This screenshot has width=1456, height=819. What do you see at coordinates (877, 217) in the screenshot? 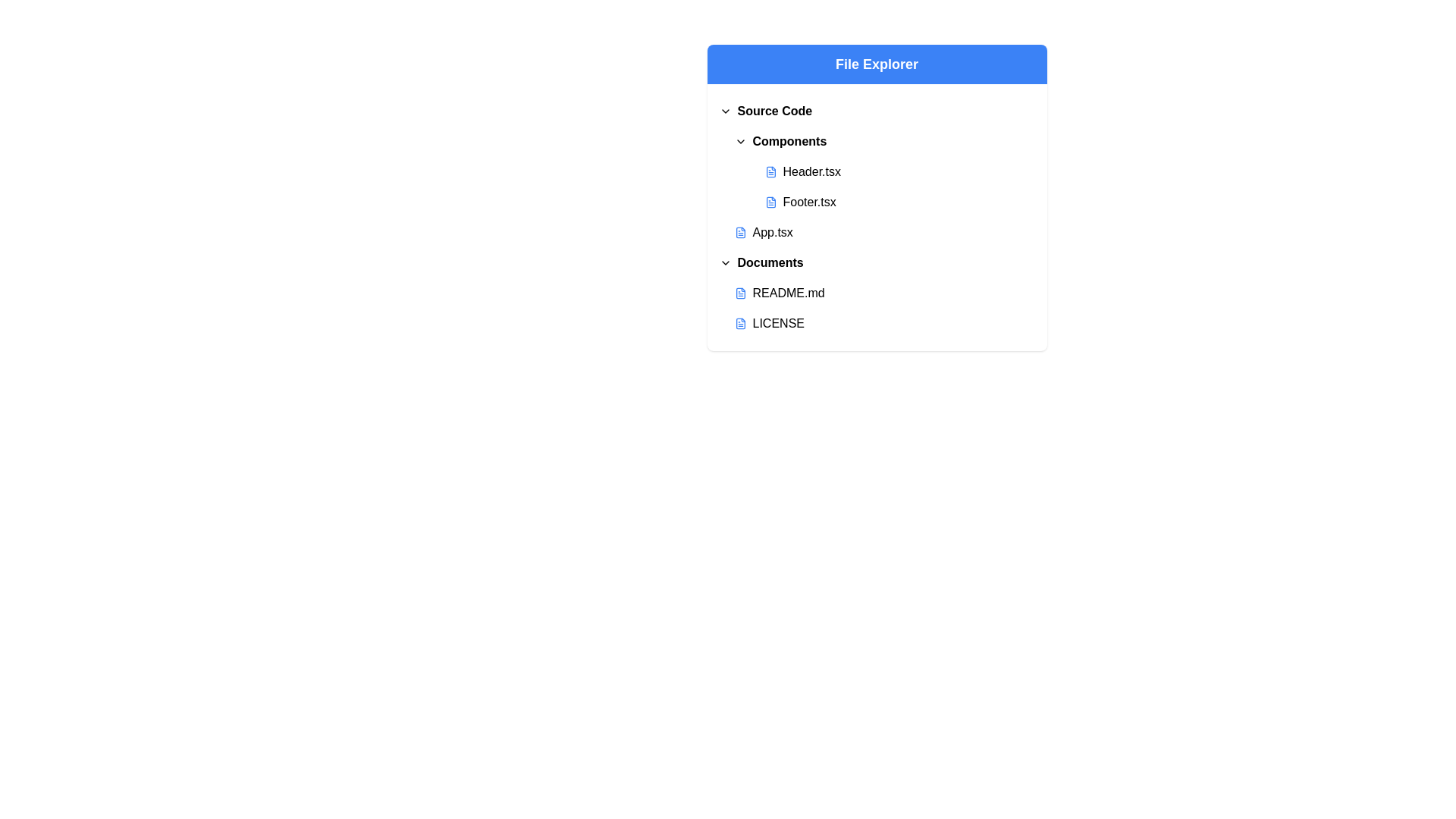
I see `the 'Components' section in the file explorer, located between 'Footer.tsx' and 'Documents'` at bounding box center [877, 217].